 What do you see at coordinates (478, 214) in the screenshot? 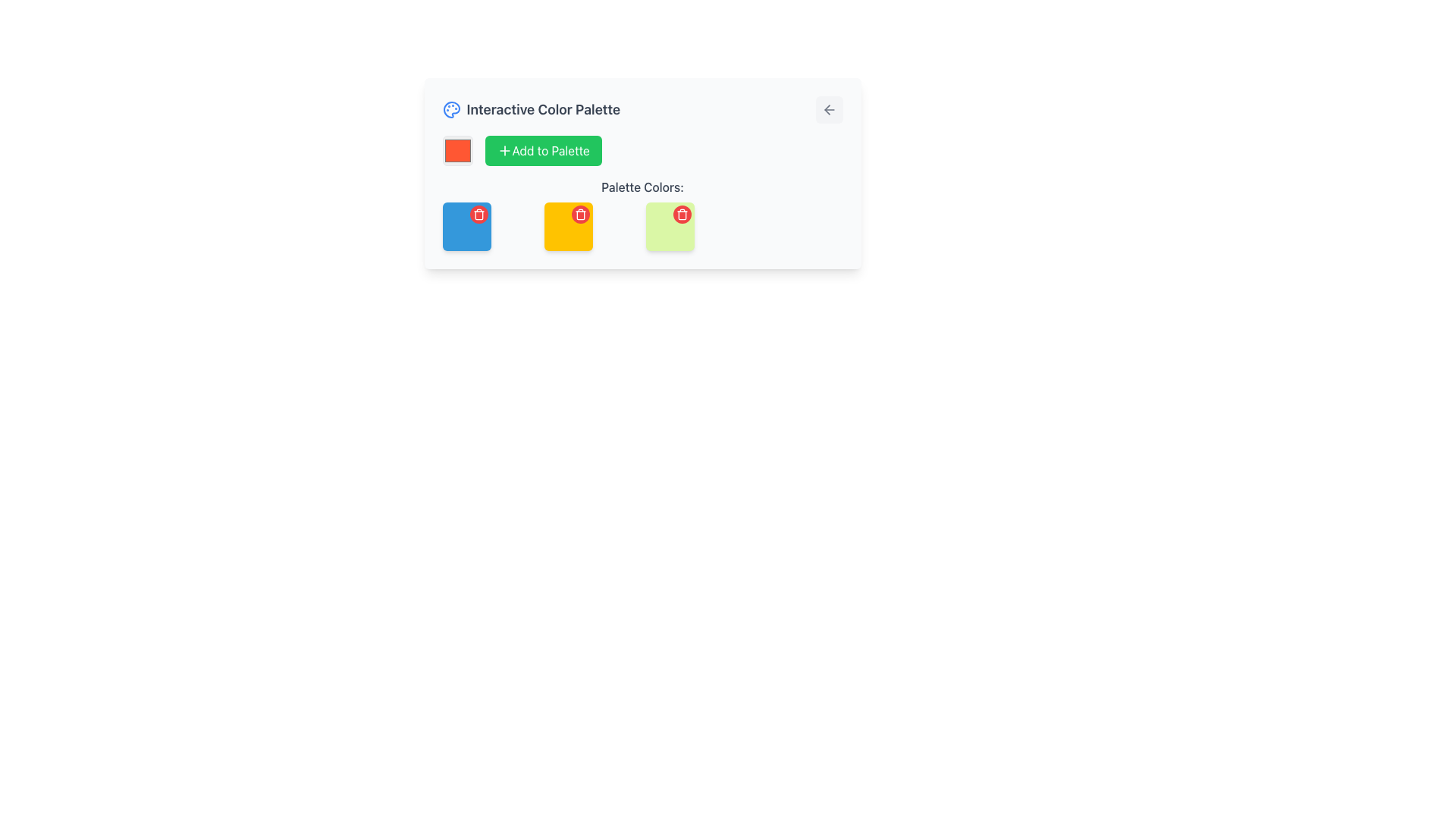
I see `the delete icon located in the upper-right corner of the palette section` at bounding box center [478, 214].